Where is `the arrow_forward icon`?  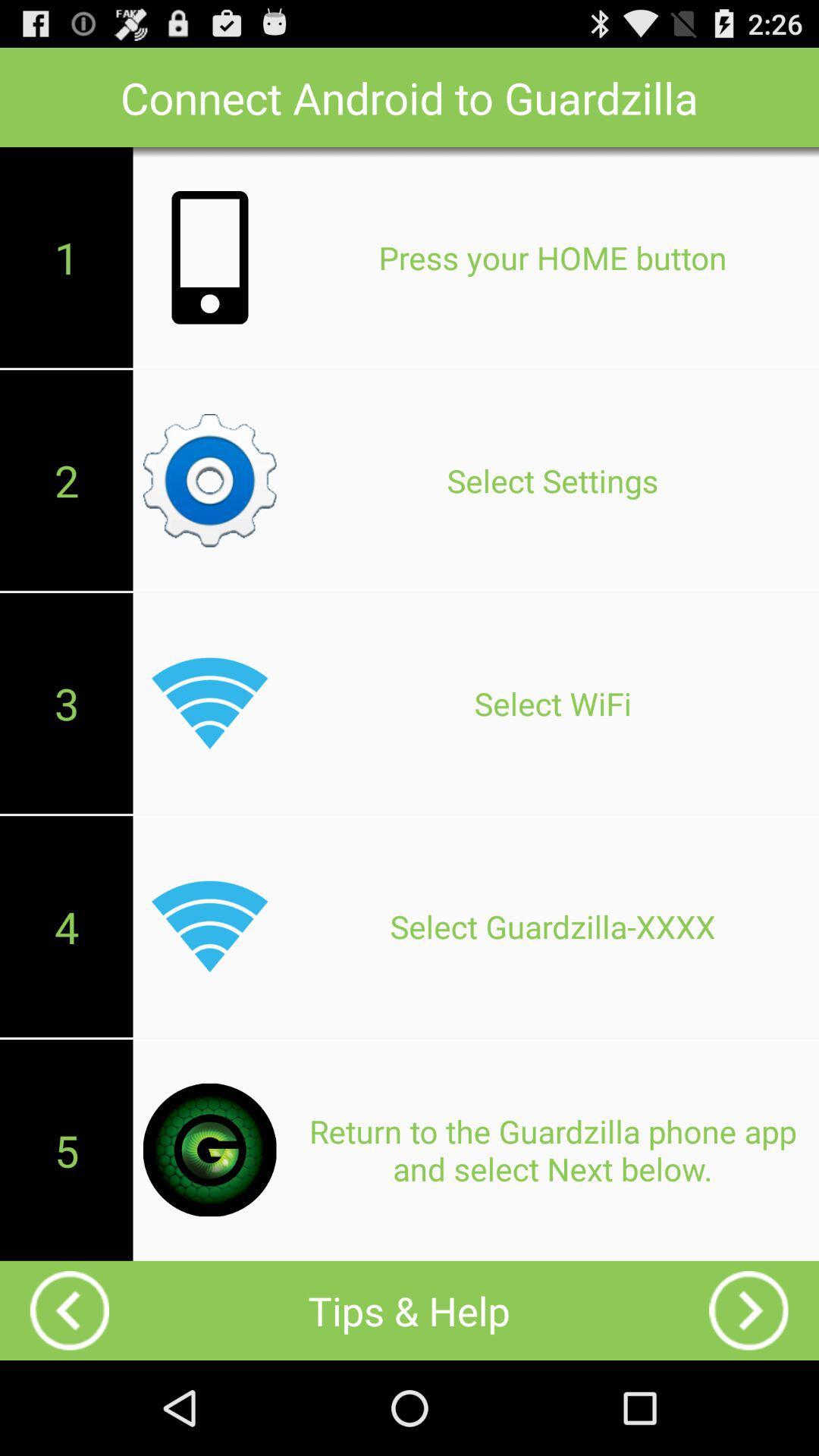 the arrow_forward icon is located at coordinates (748, 1401).